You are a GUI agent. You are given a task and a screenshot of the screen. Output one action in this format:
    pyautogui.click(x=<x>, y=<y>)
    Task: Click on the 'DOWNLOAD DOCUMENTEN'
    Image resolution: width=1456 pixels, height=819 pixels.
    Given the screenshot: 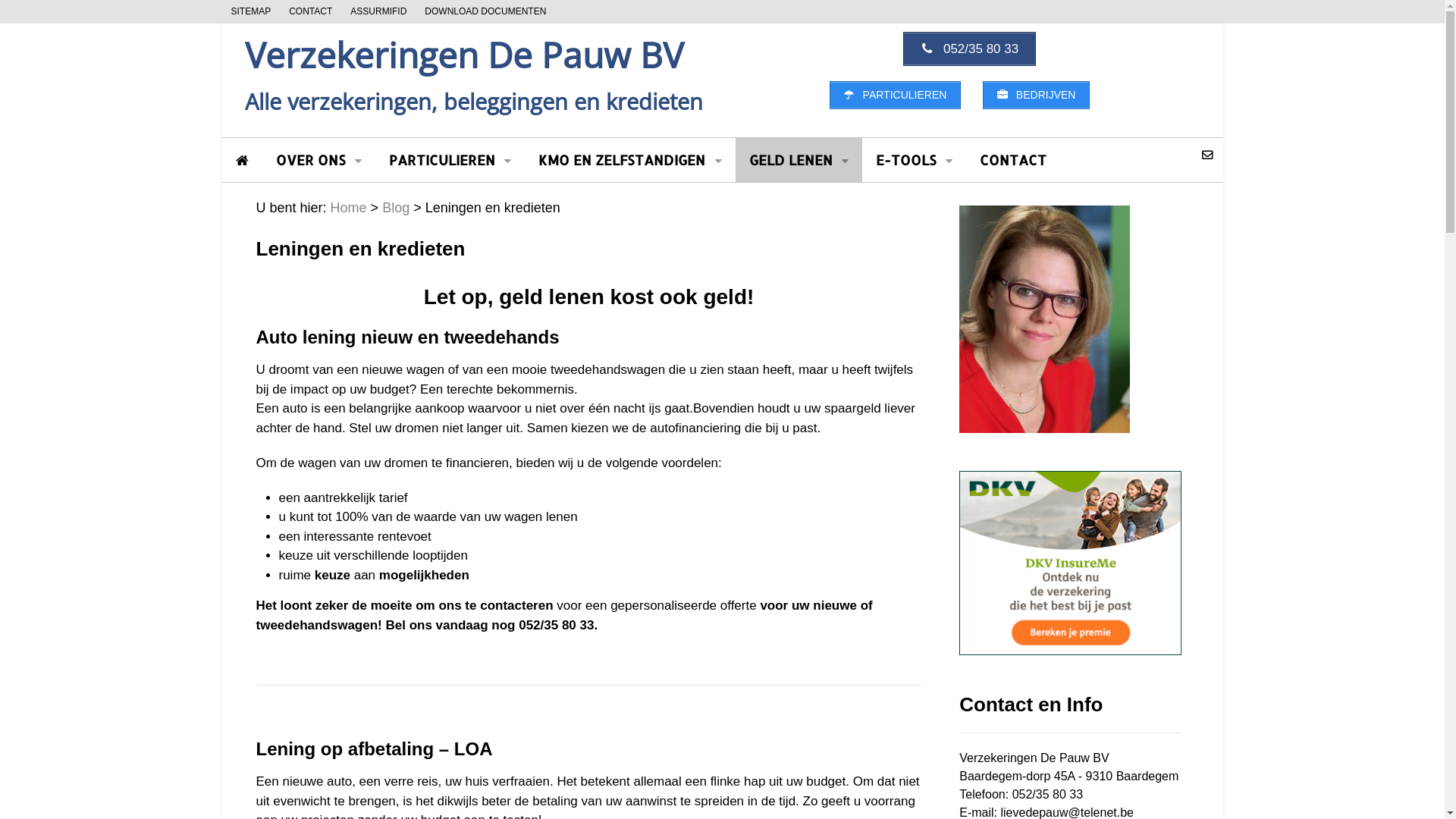 What is the action you would take?
    pyautogui.click(x=415, y=11)
    